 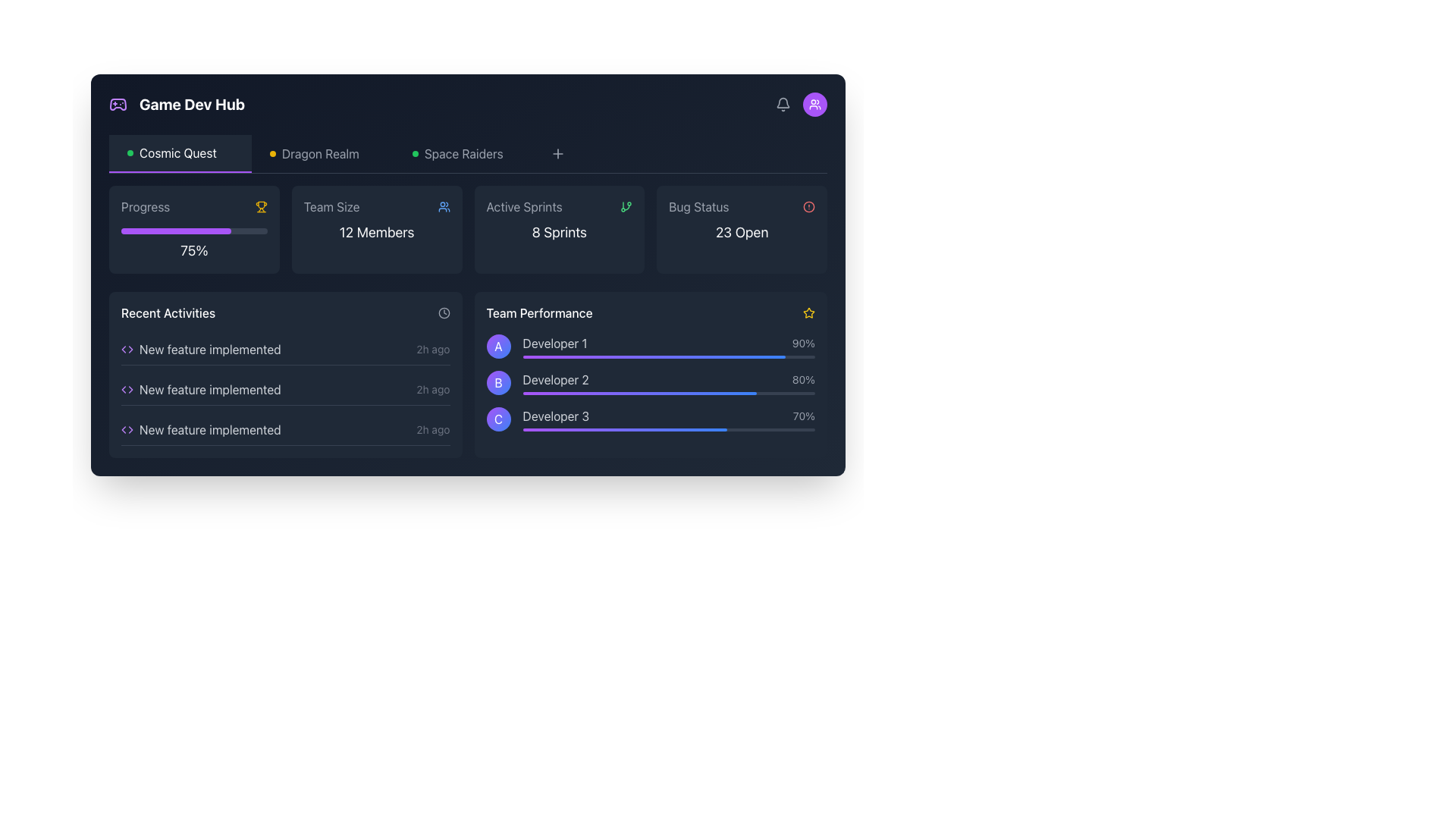 What do you see at coordinates (668, 419) in the screenshot?
I see `the third progress bar labeled 'Team Performance' which represents 70% productivity for 'Developer 3'` at bounding box center [668, 419].